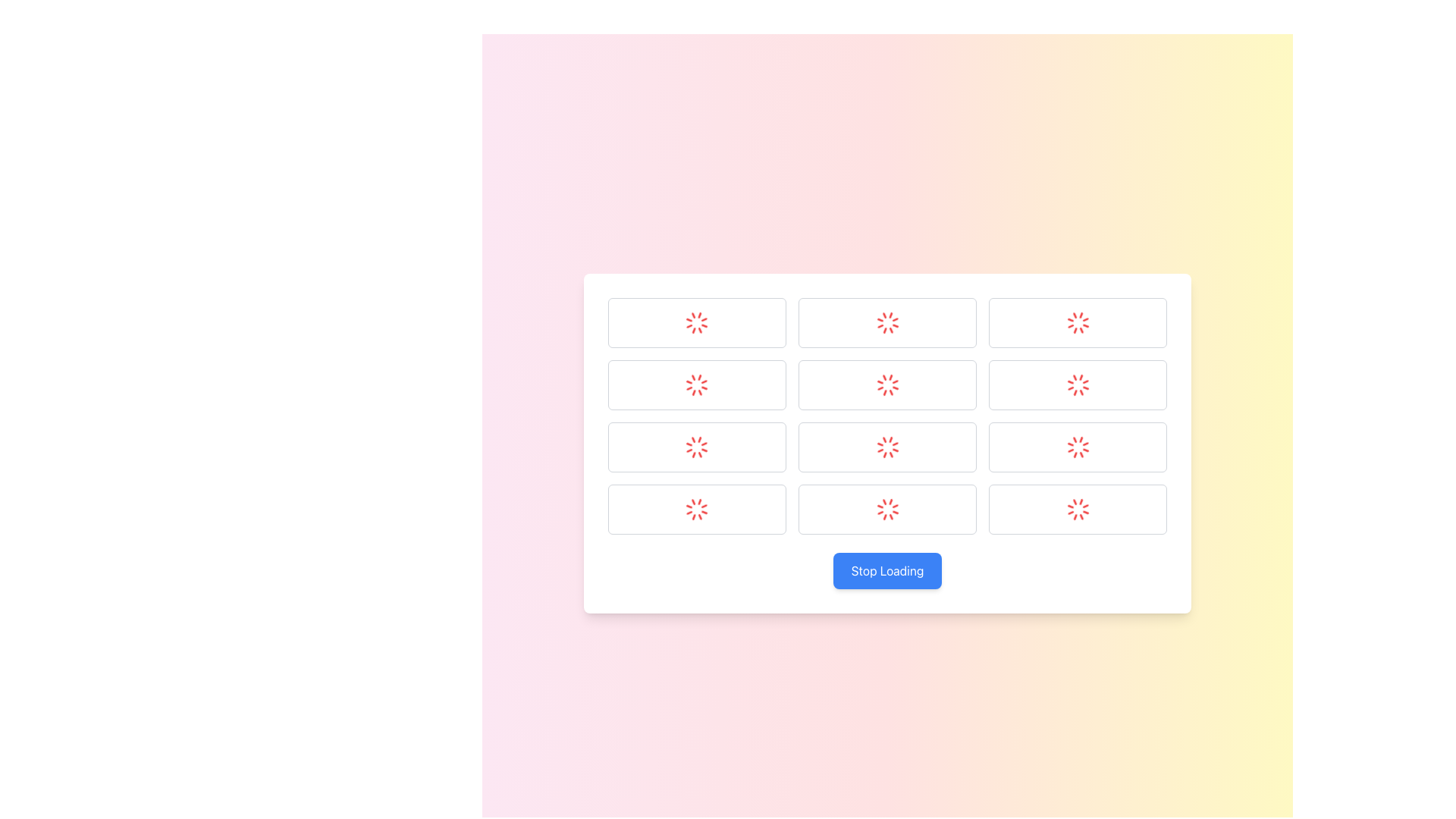  Describe the element at coordinates (1077, 322) in the screenshot. I see `the loader icon, which is the second icon in the third row of a grid layout indicating a loading process` at that location.